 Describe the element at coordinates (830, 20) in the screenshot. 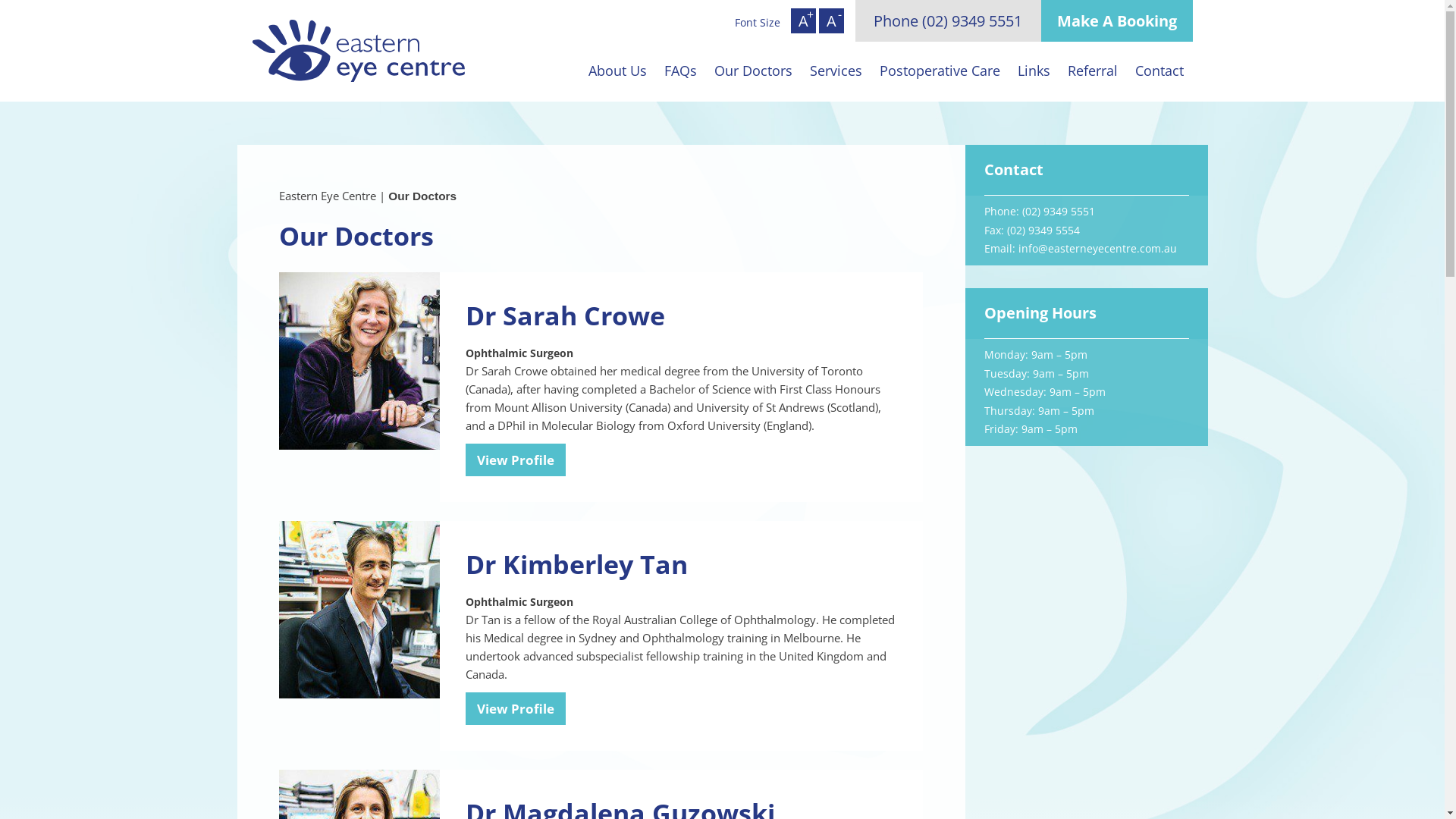

I see `'A` at that location.